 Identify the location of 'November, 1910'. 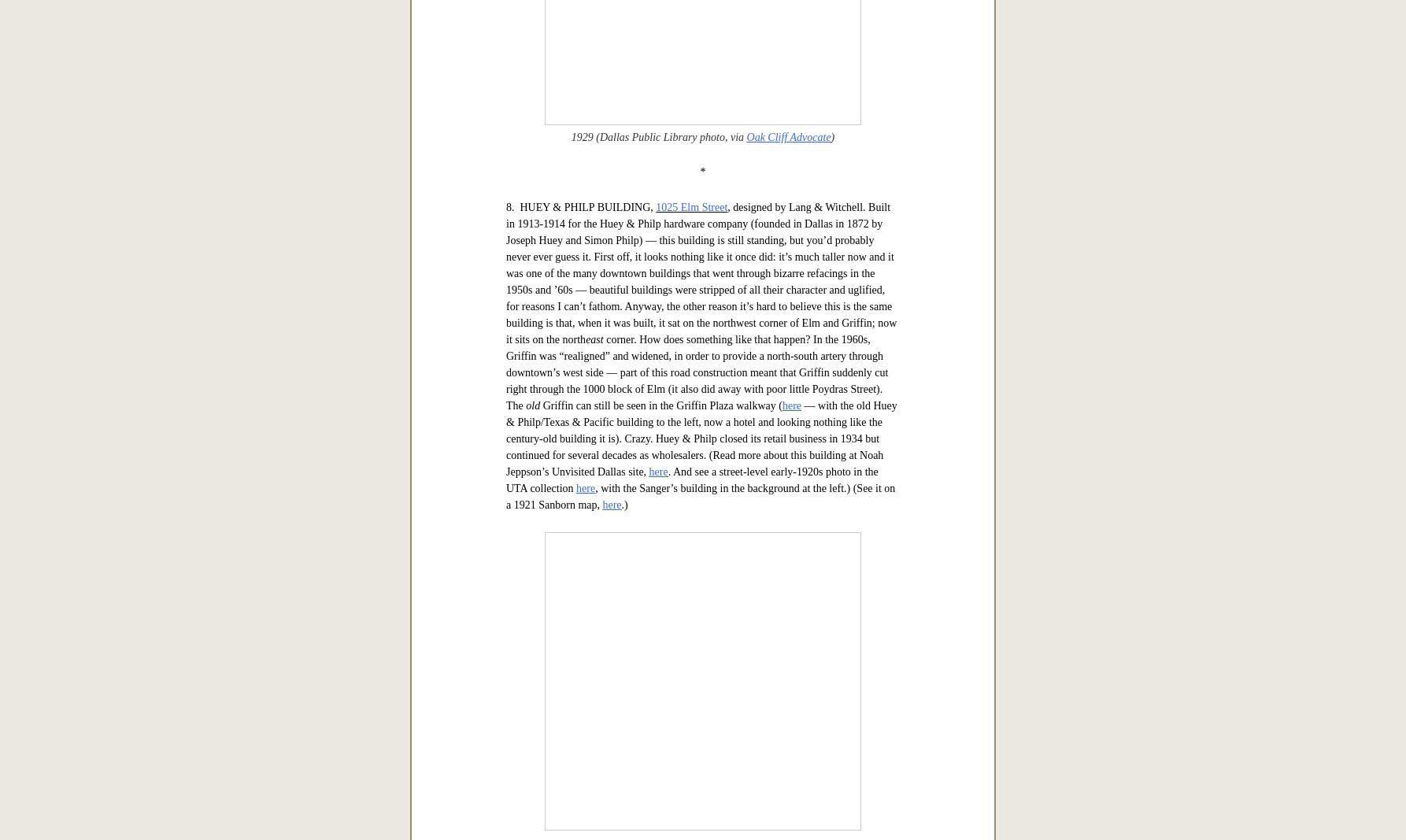
(665, 57).